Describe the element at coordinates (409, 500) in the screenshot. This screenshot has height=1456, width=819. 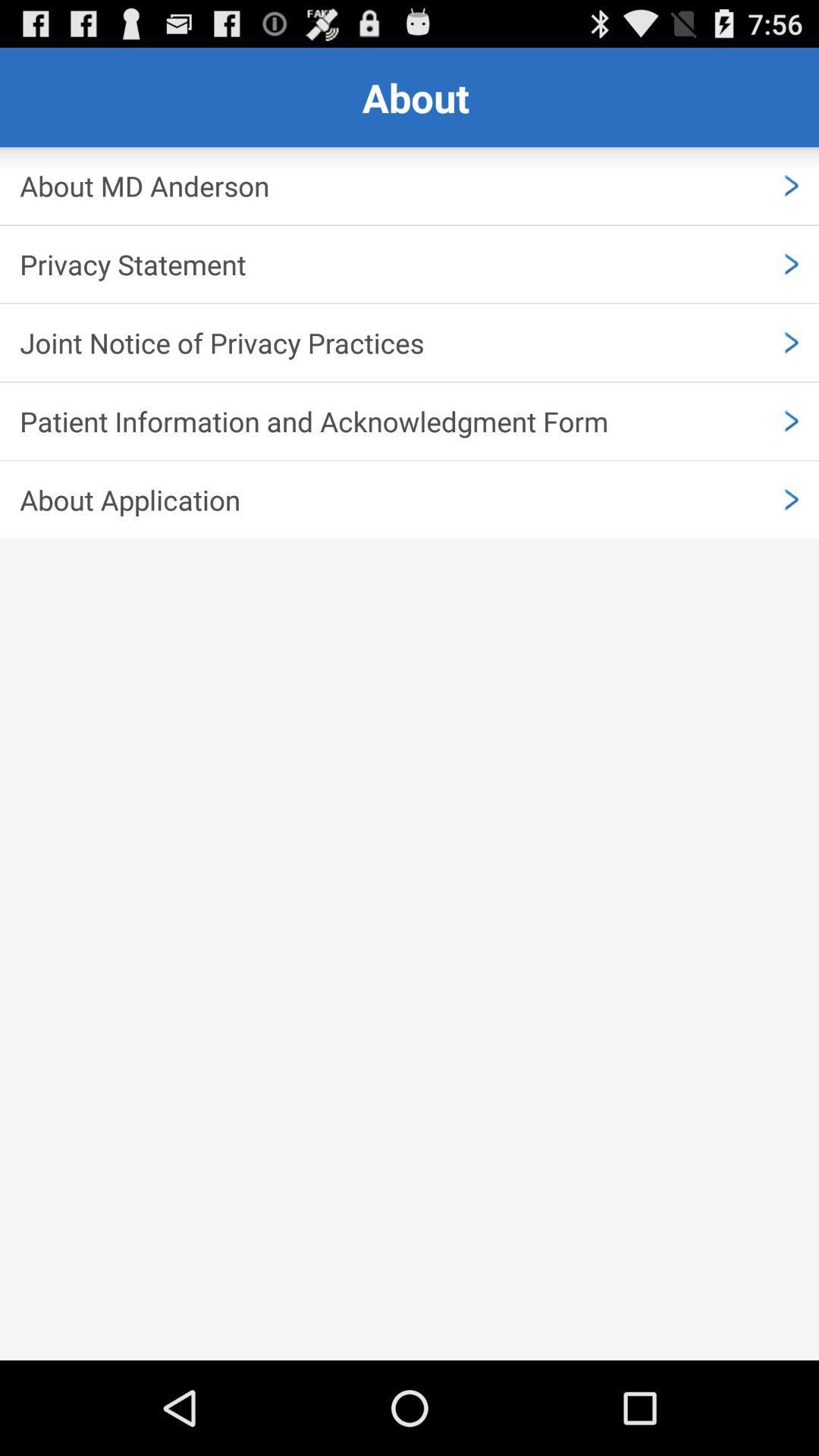
I see `item at the center` at that location.